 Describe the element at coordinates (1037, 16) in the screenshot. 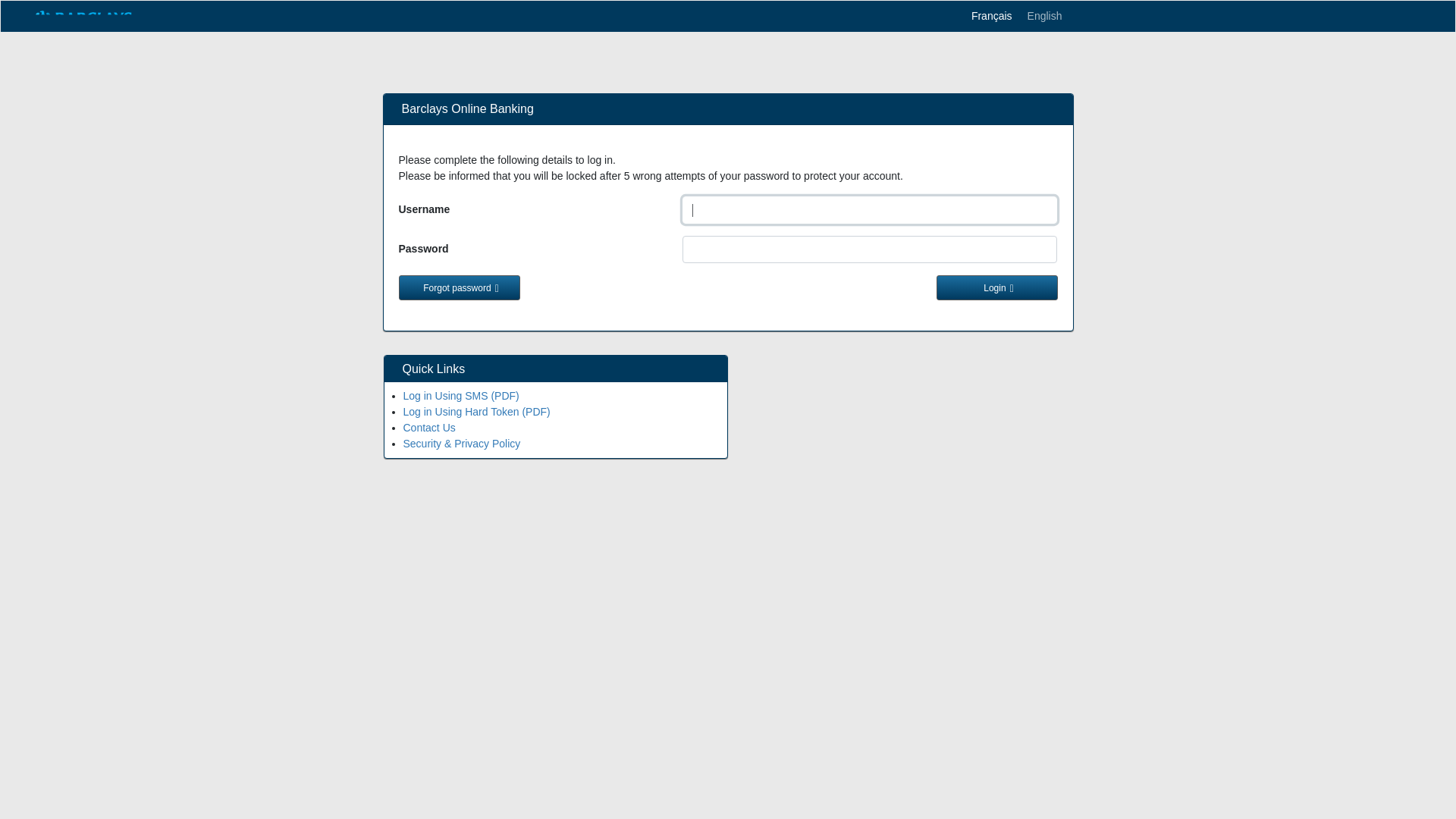

I see `'English'` at that location.